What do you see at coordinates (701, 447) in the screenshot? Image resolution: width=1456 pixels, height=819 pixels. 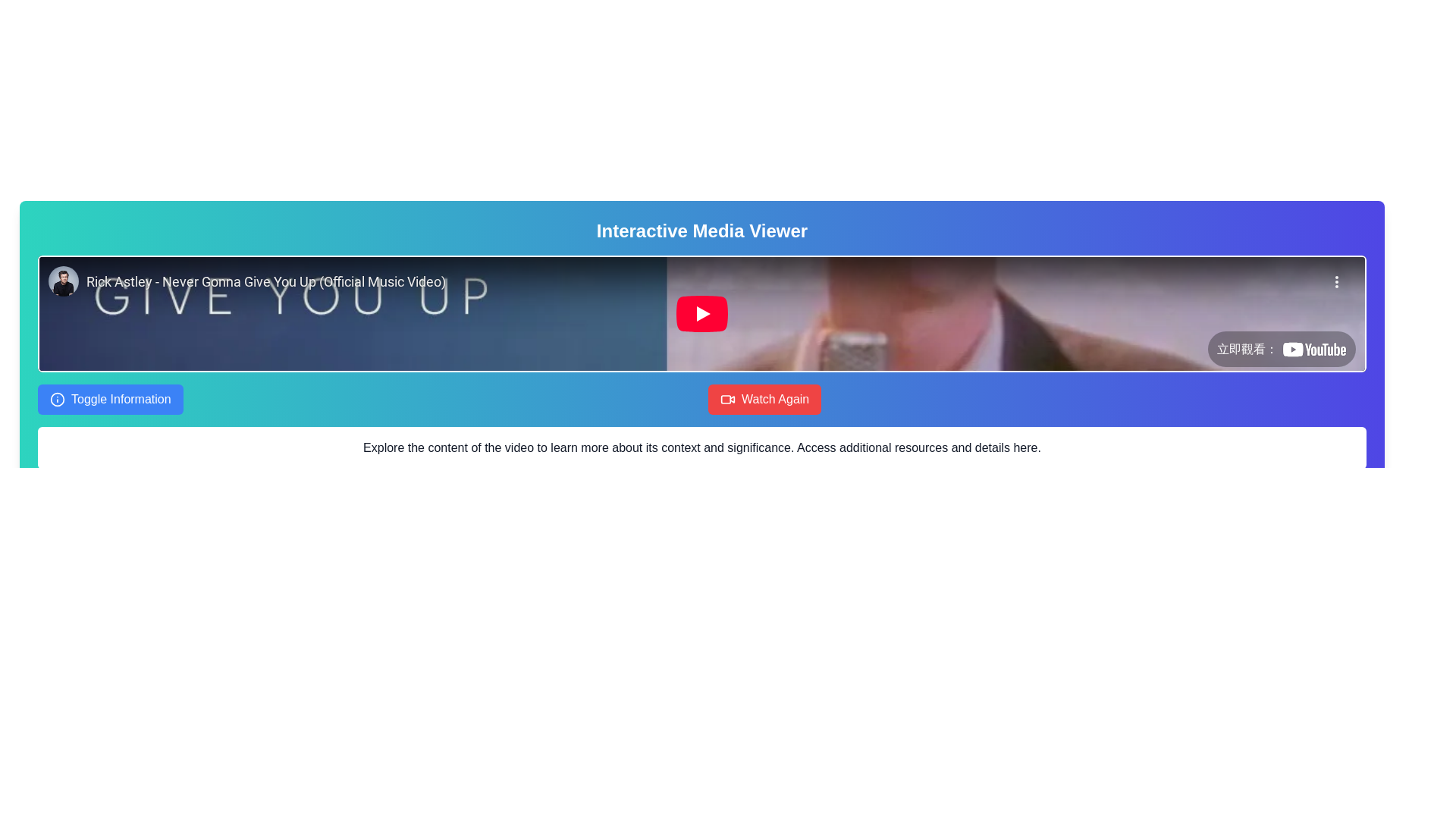 I see `the informational text block located near the bottom of the interface, below the video and adjacent to text options` at bounding box center [701, 447].